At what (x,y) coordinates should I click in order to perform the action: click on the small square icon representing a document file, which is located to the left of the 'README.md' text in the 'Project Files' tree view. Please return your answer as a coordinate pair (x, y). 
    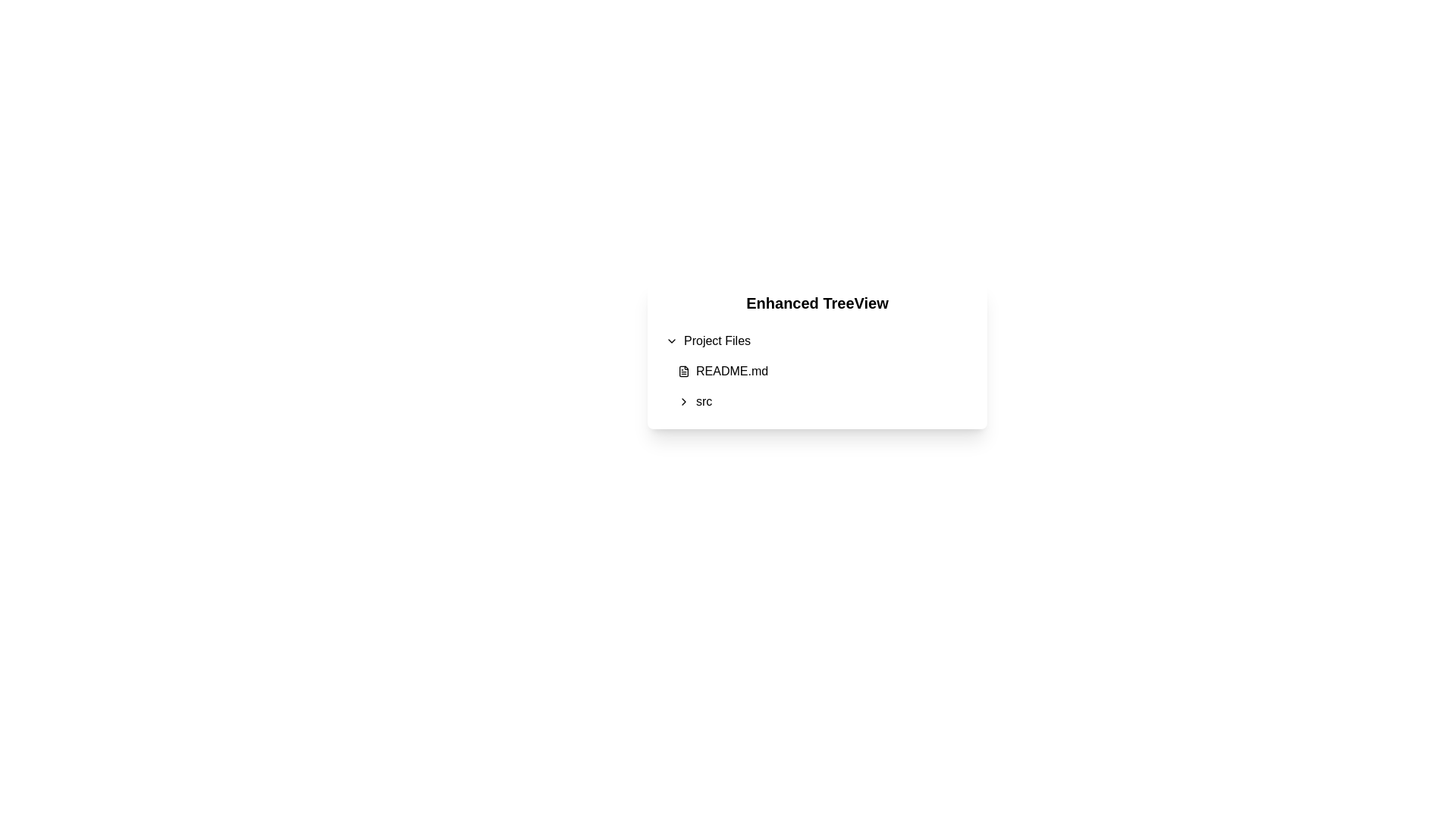
    Looking at the image, I should click on (683, 371).